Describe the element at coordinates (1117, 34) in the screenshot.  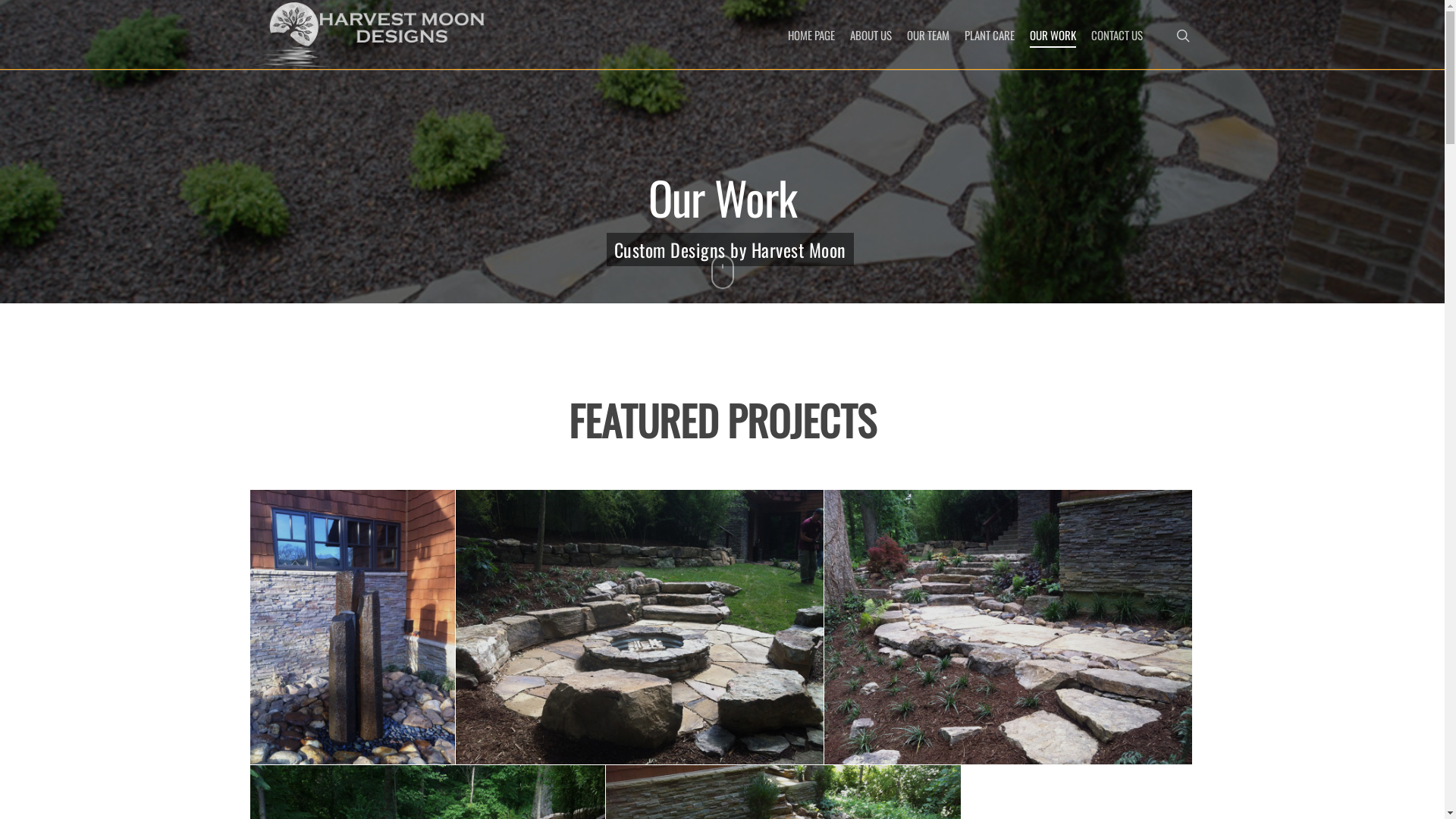
I see `'CONTACT US'` at that location.